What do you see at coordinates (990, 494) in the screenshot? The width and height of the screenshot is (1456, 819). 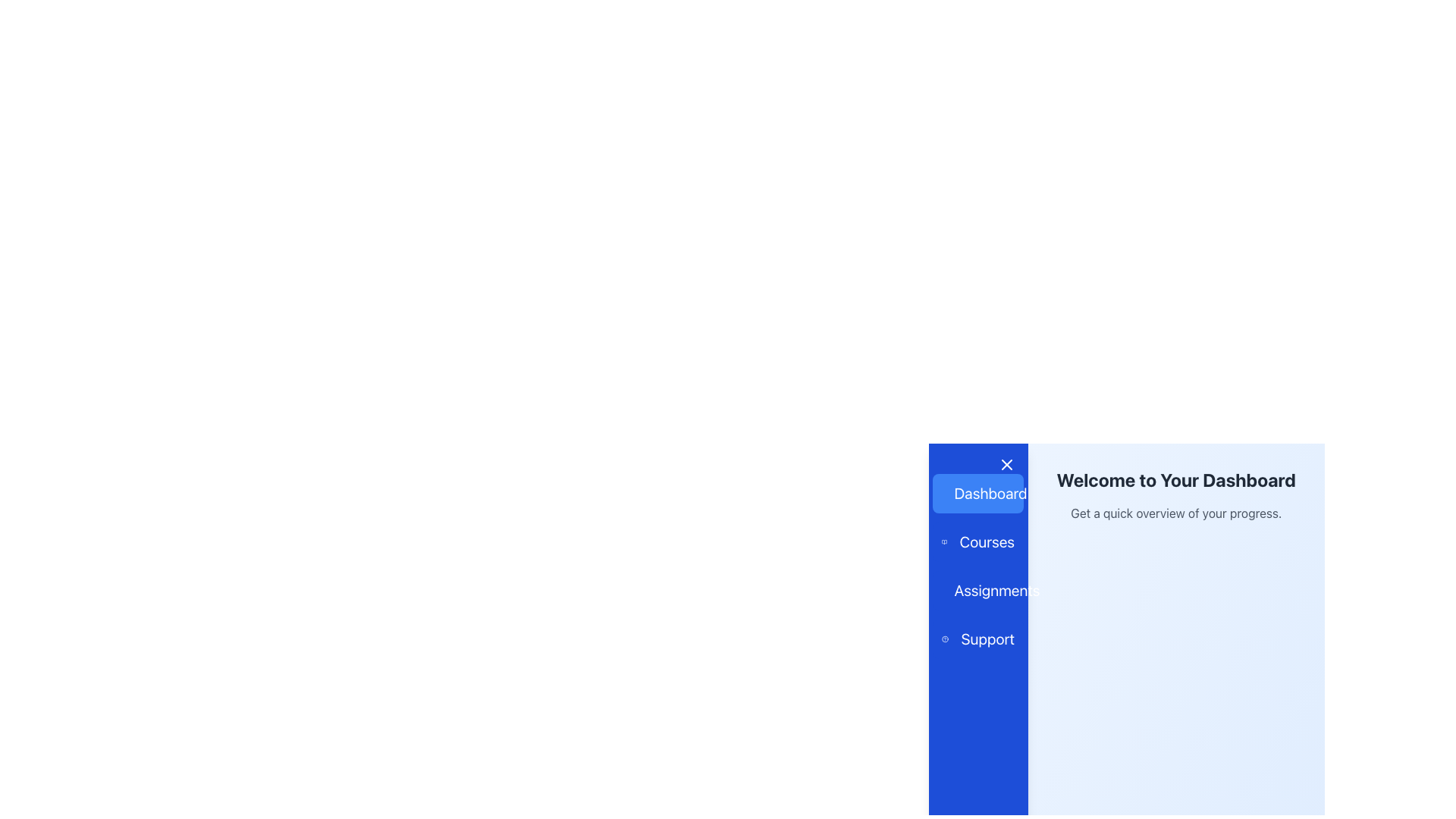 I see `the 'Dashboard' text label within the blue navigation menu` at bounding box center [990, 494].